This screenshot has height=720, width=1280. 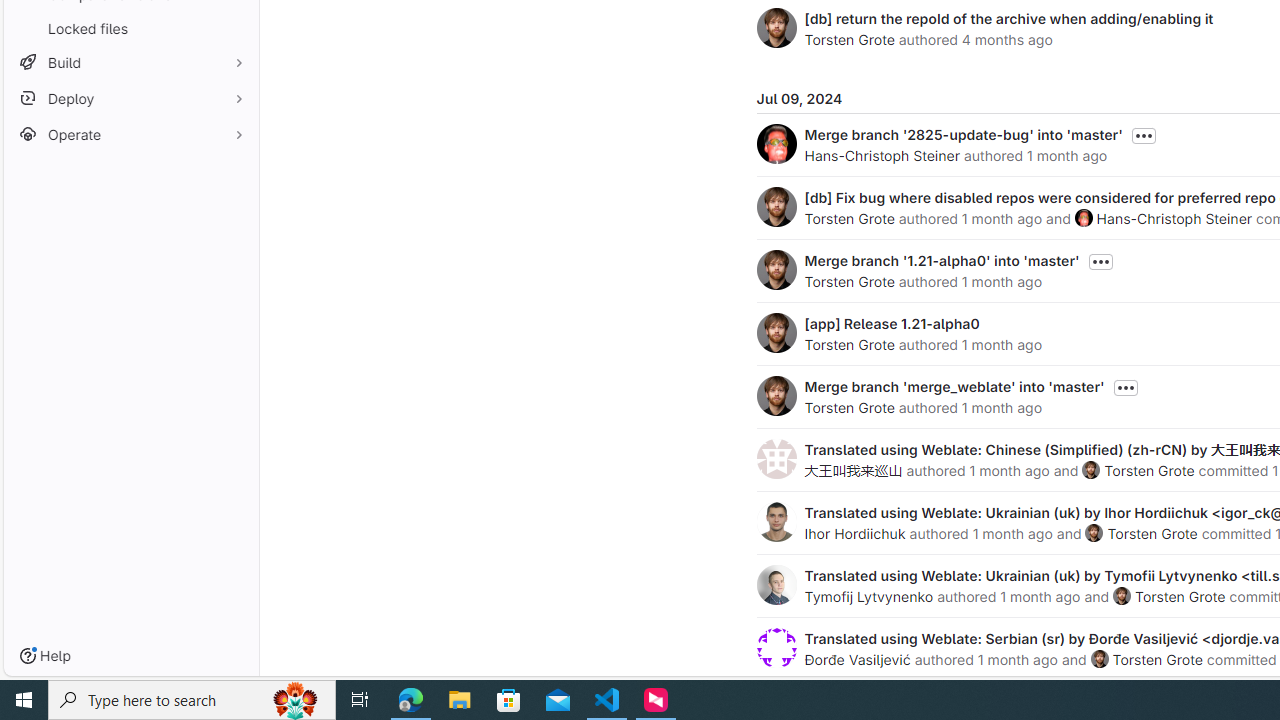 I want to click on 'Task View', so click(x=359, y=698).